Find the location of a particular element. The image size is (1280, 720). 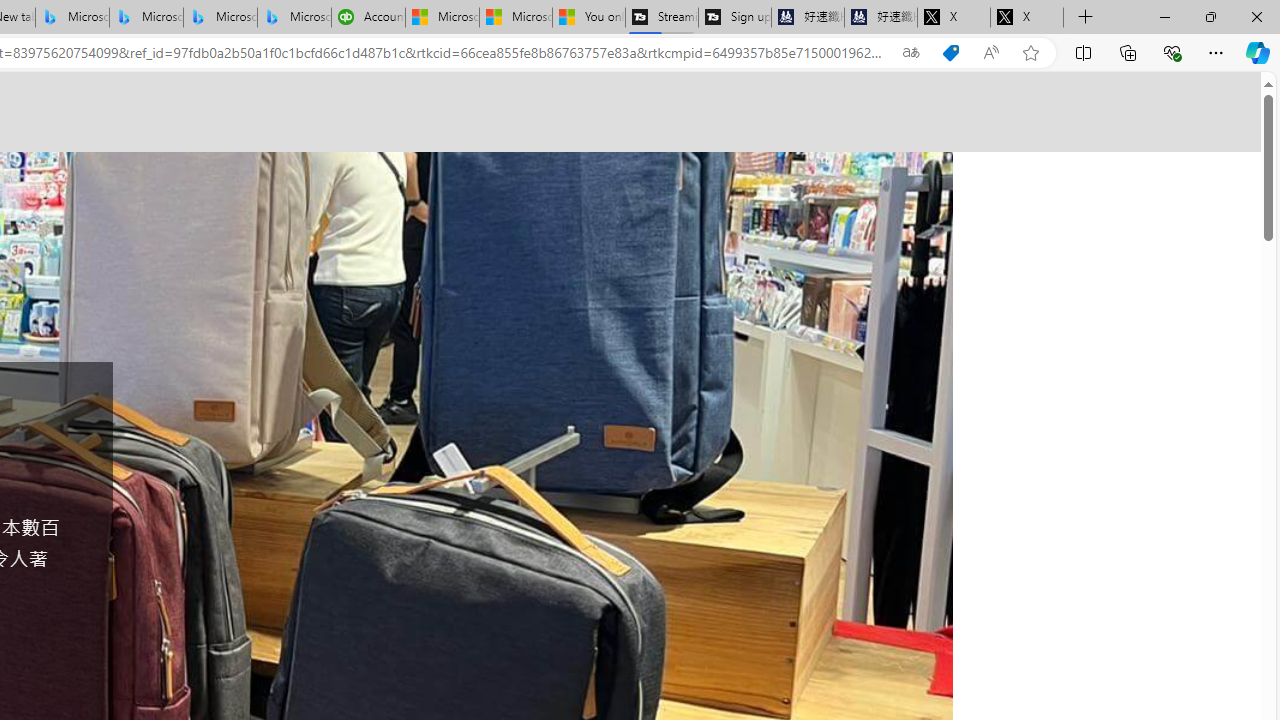

'Restore' is located at coordinates (1209, 16).